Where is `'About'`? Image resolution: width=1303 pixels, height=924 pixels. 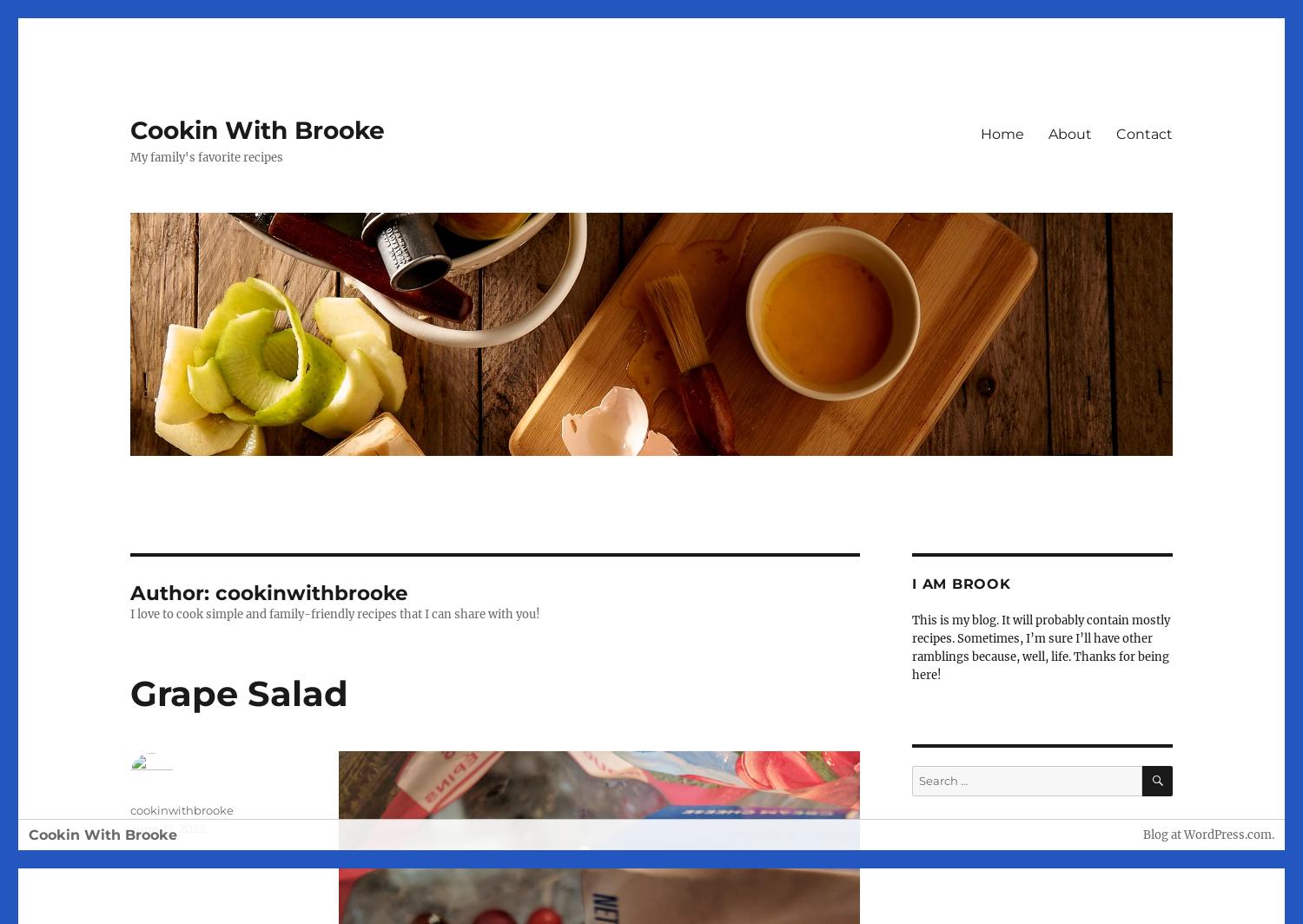
'About' is located at coordinates (1068, 133).